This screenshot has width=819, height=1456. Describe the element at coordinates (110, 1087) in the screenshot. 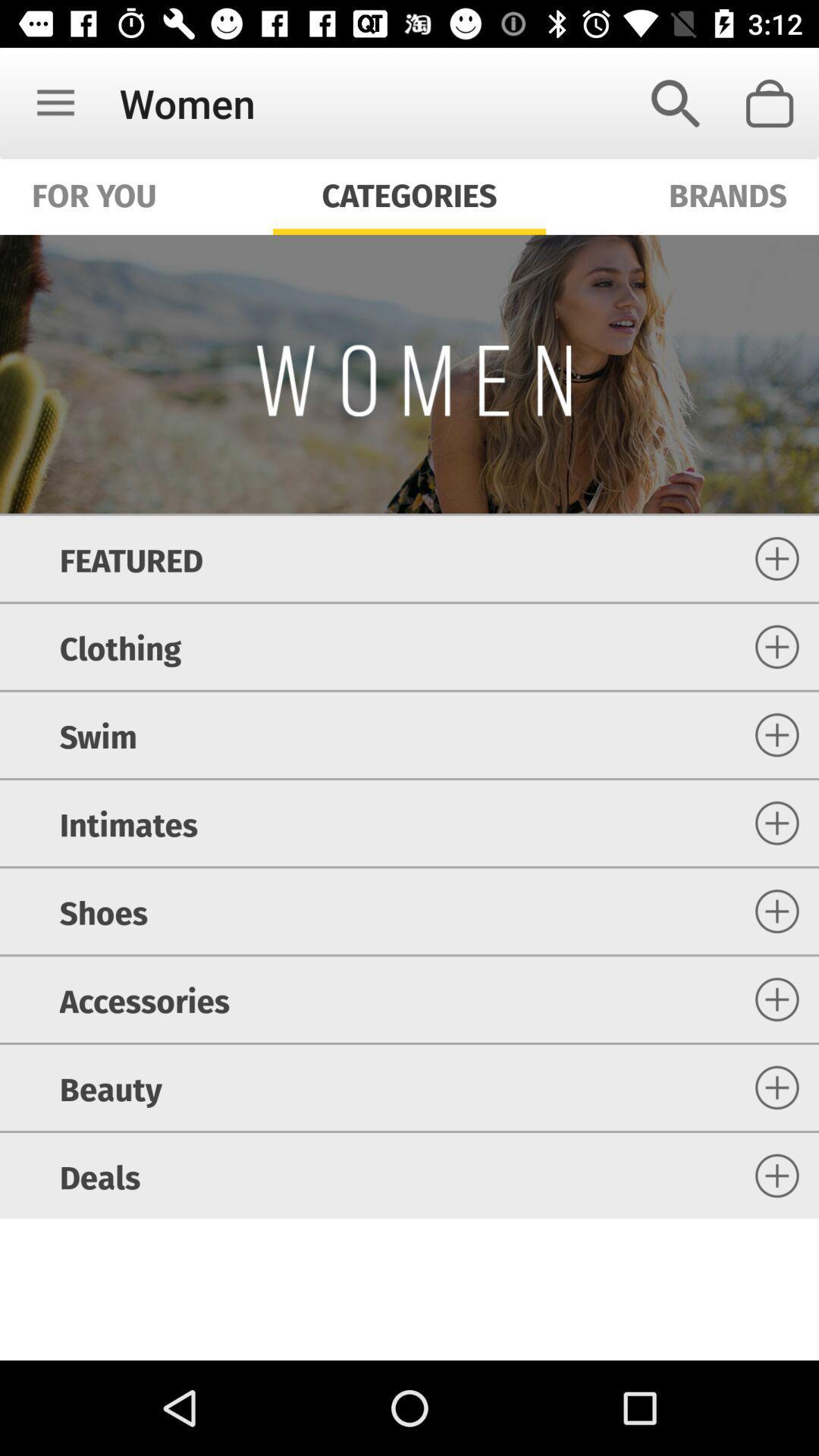

I see `item below the accessories` at that location.